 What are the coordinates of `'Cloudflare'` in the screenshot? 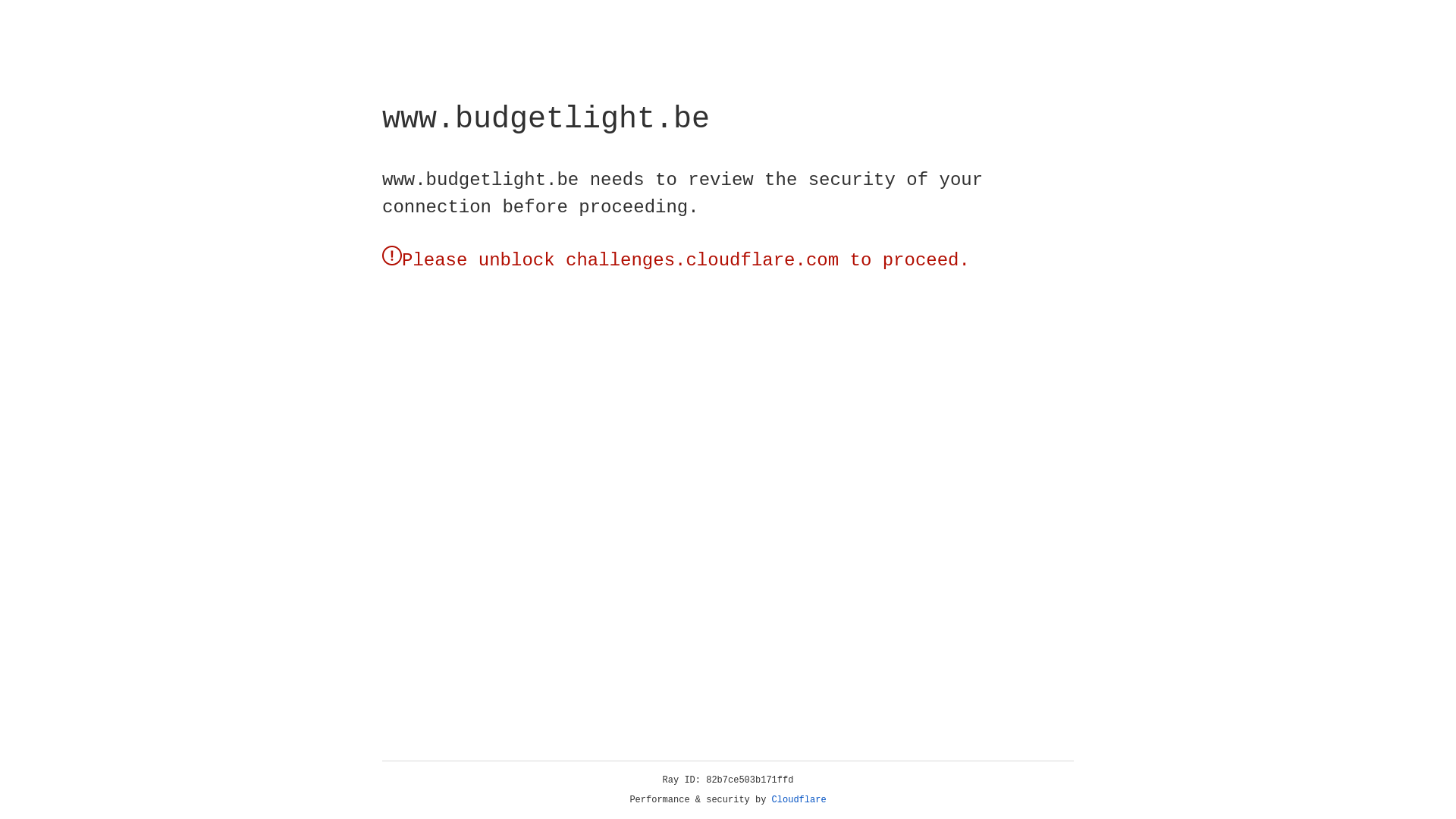 It's located at (799, 799).